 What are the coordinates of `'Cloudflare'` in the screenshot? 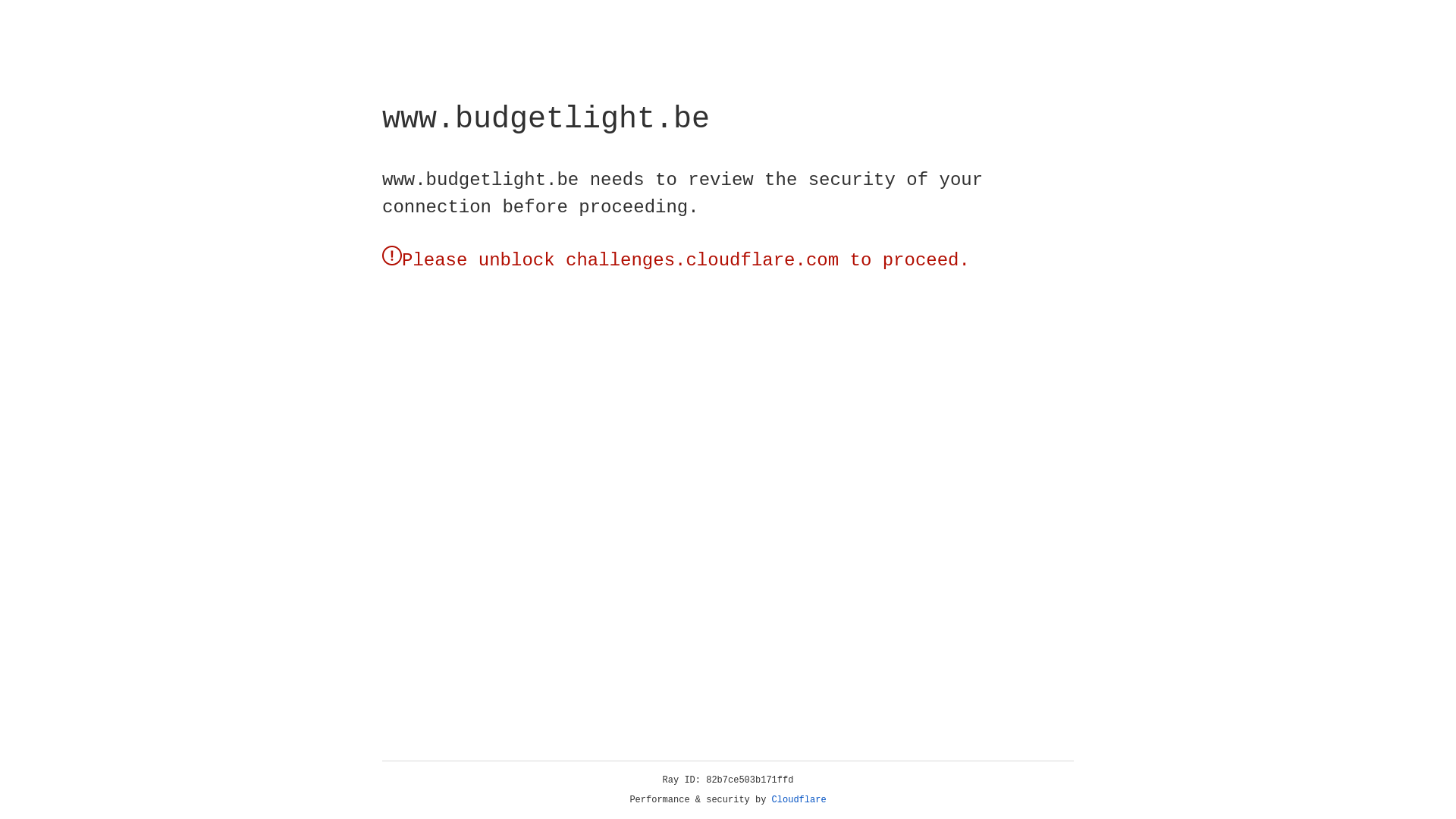 It's located at (799, 799).